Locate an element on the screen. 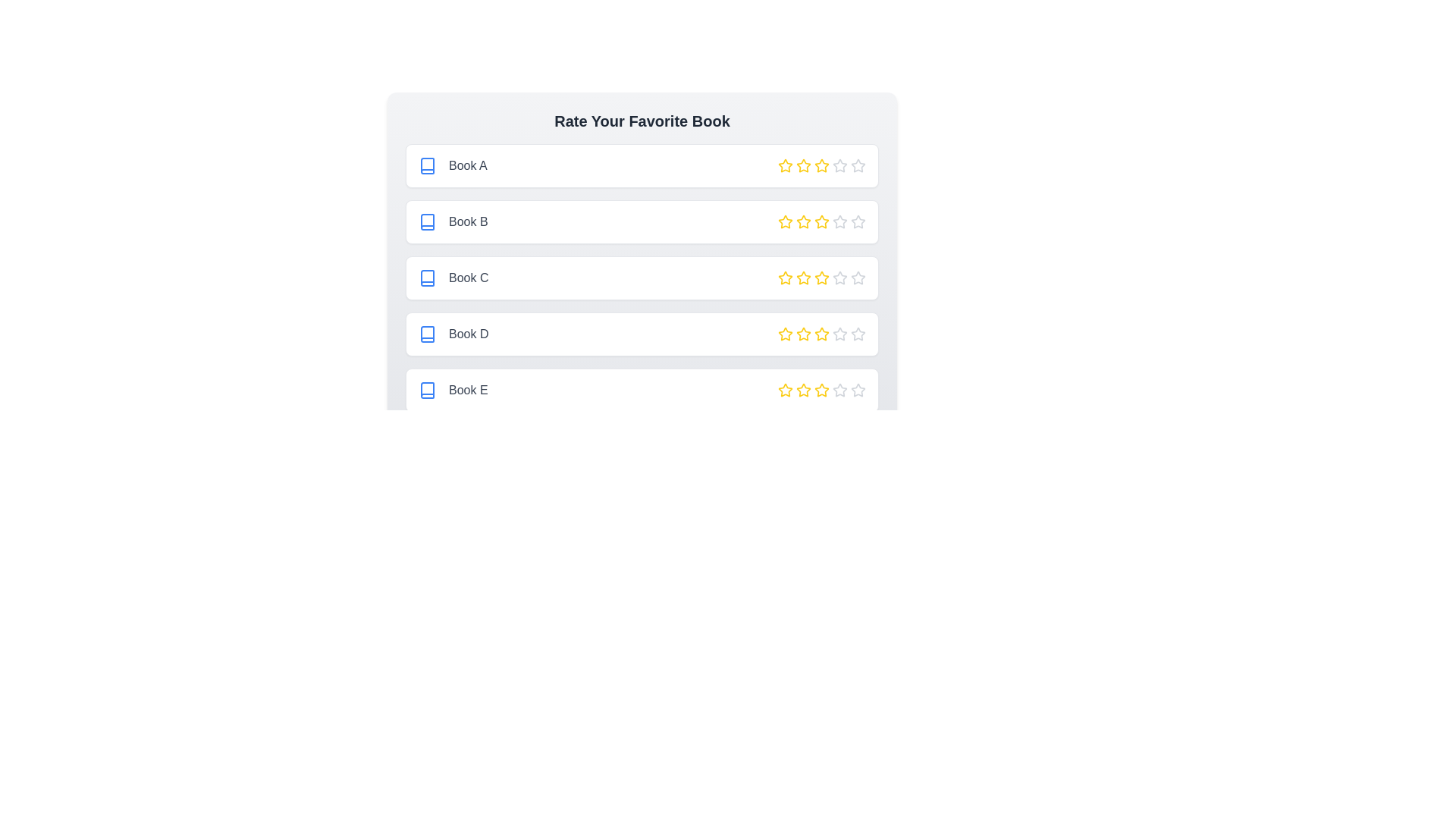  the star corresponding to 4 stars for the book titled Book B is located at coordinates (839, 222).